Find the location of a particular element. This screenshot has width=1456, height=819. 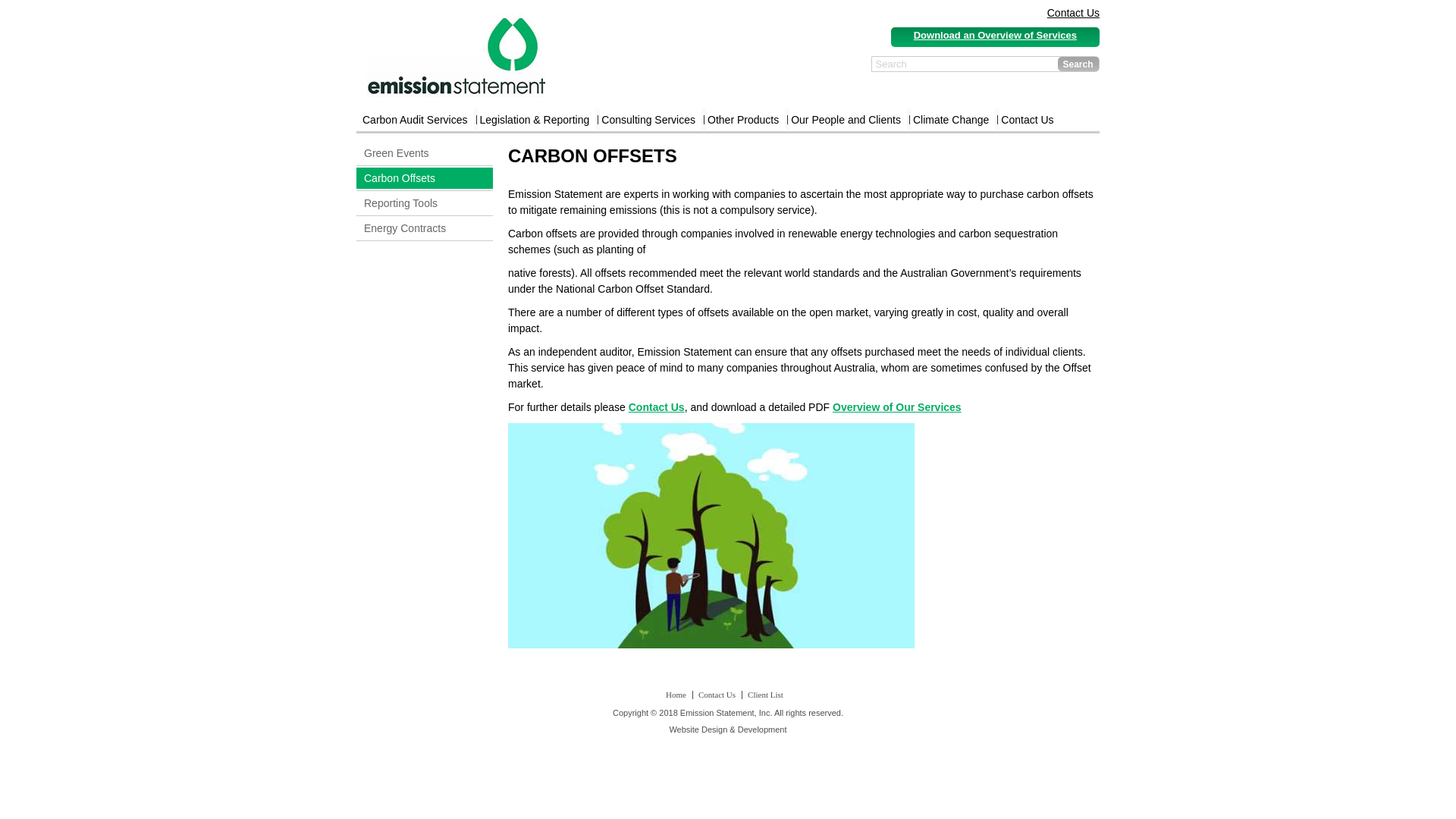

'logo' is located at coordinates (367, 55).